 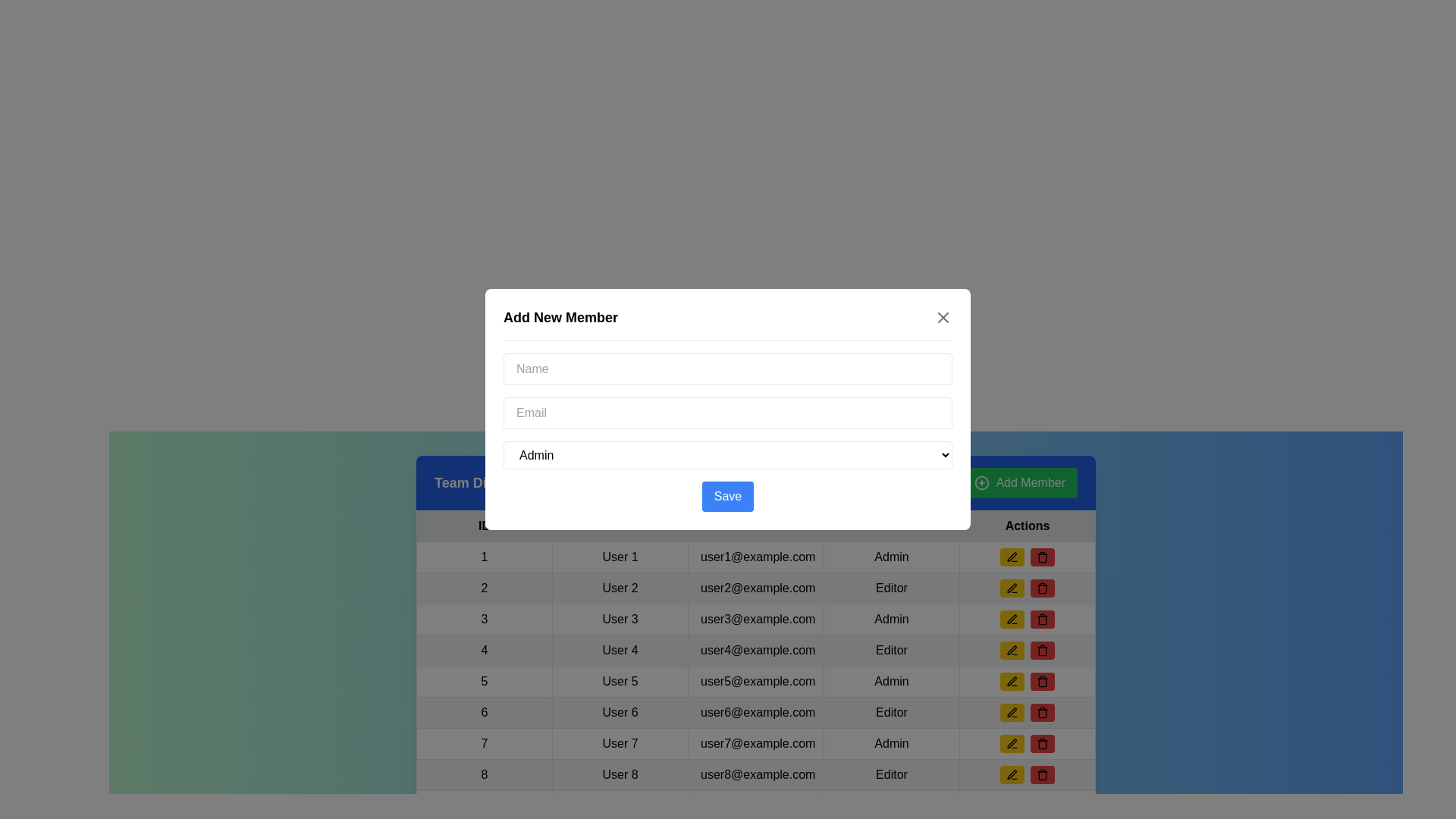 What do you see at coordinates (620, 587) in the screenshot?
I see `the static text displaying 'User 2', which is the second cell in the second row of the table beneath the 'Team Details' header` at bounding box center [620, 587].